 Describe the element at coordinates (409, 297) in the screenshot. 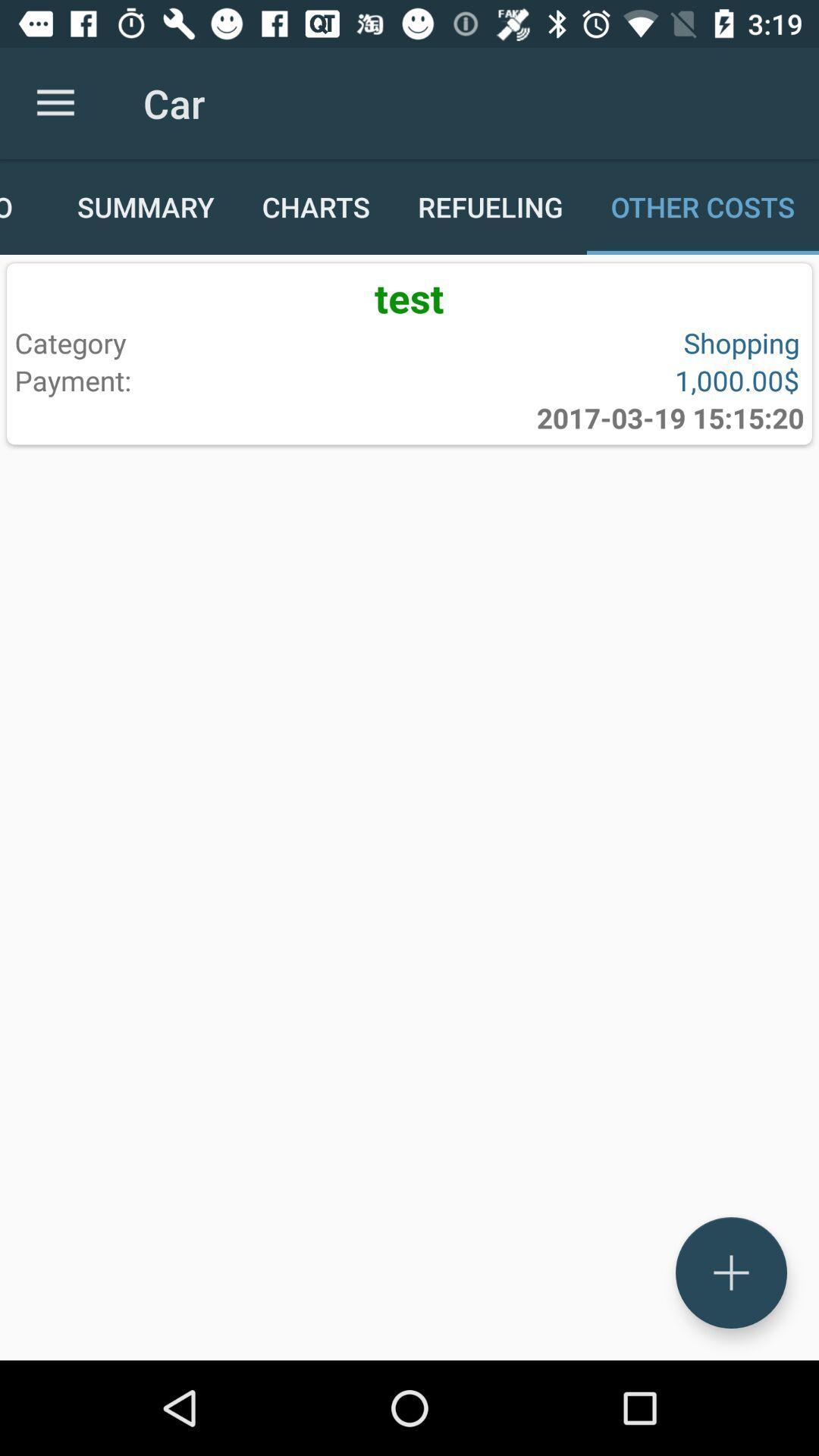

I see `the item below info` at that location.